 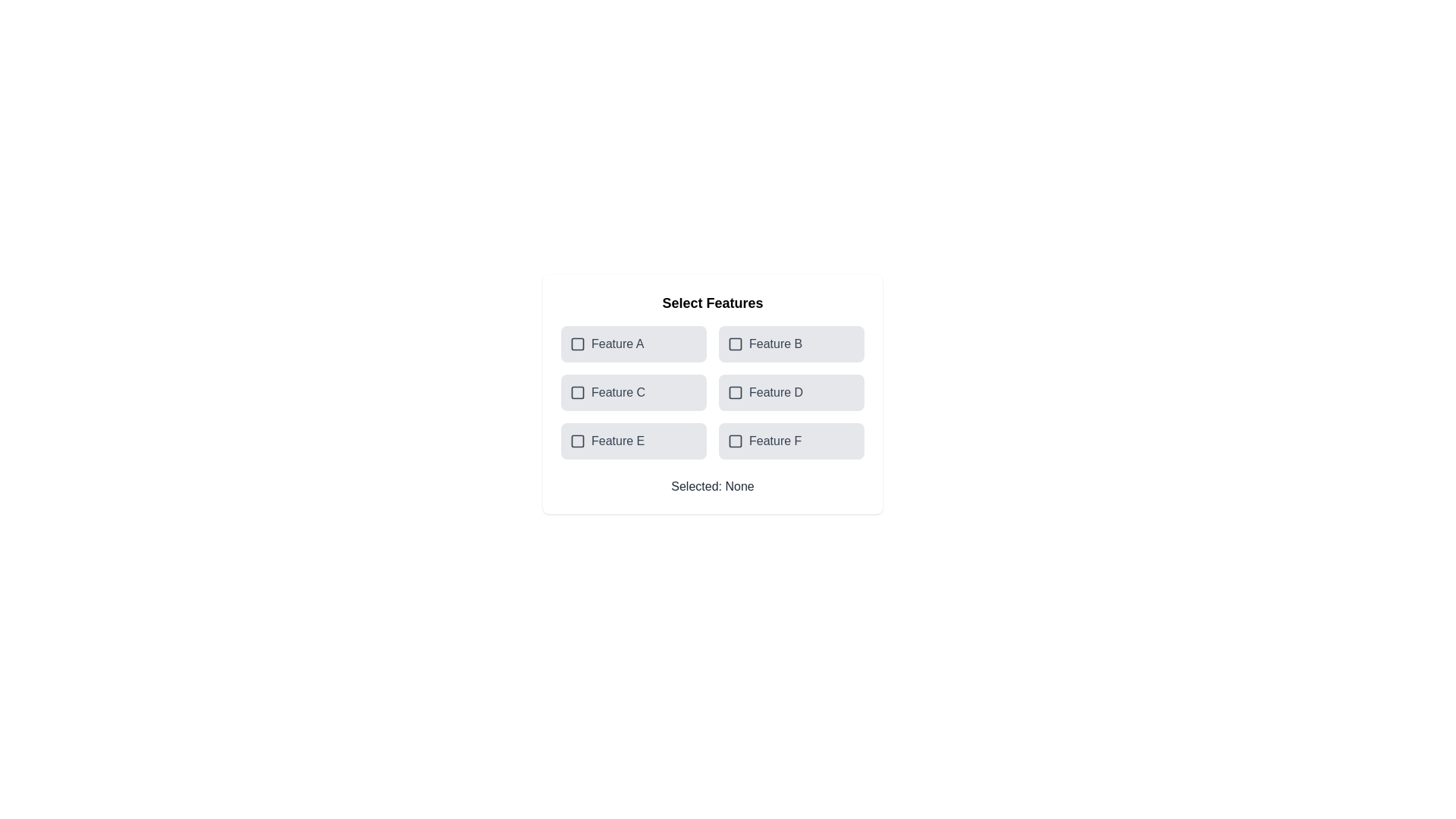 I want to click on the Text Label displaying 'Feature A' which is positioned in the top-left cell of the feature selection matrix with a light gray background, so click(x=617, y=344).